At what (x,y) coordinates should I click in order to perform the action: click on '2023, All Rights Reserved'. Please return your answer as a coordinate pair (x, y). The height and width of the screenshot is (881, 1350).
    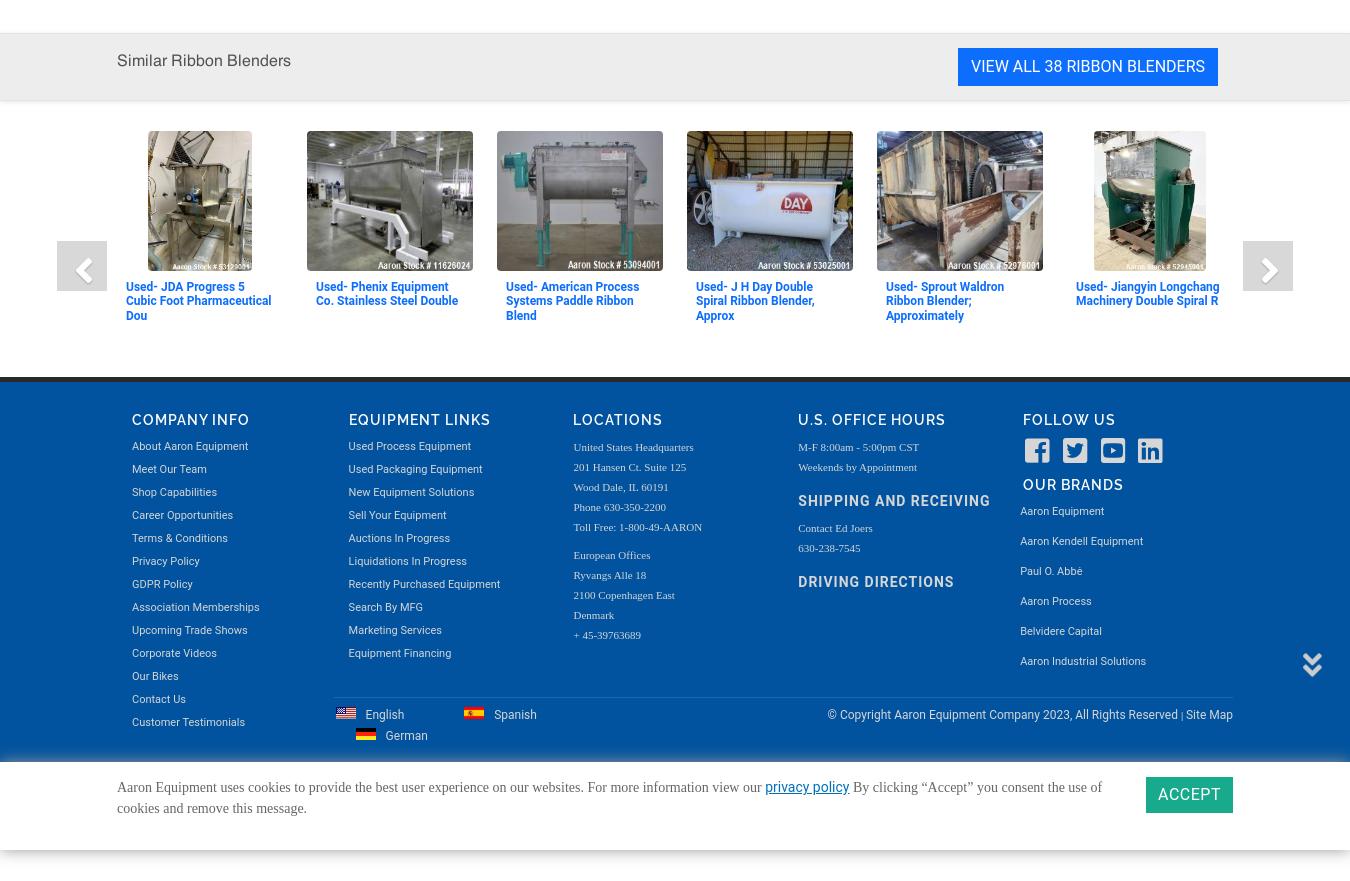
    Looking at the image, I should click on (1111, 101).